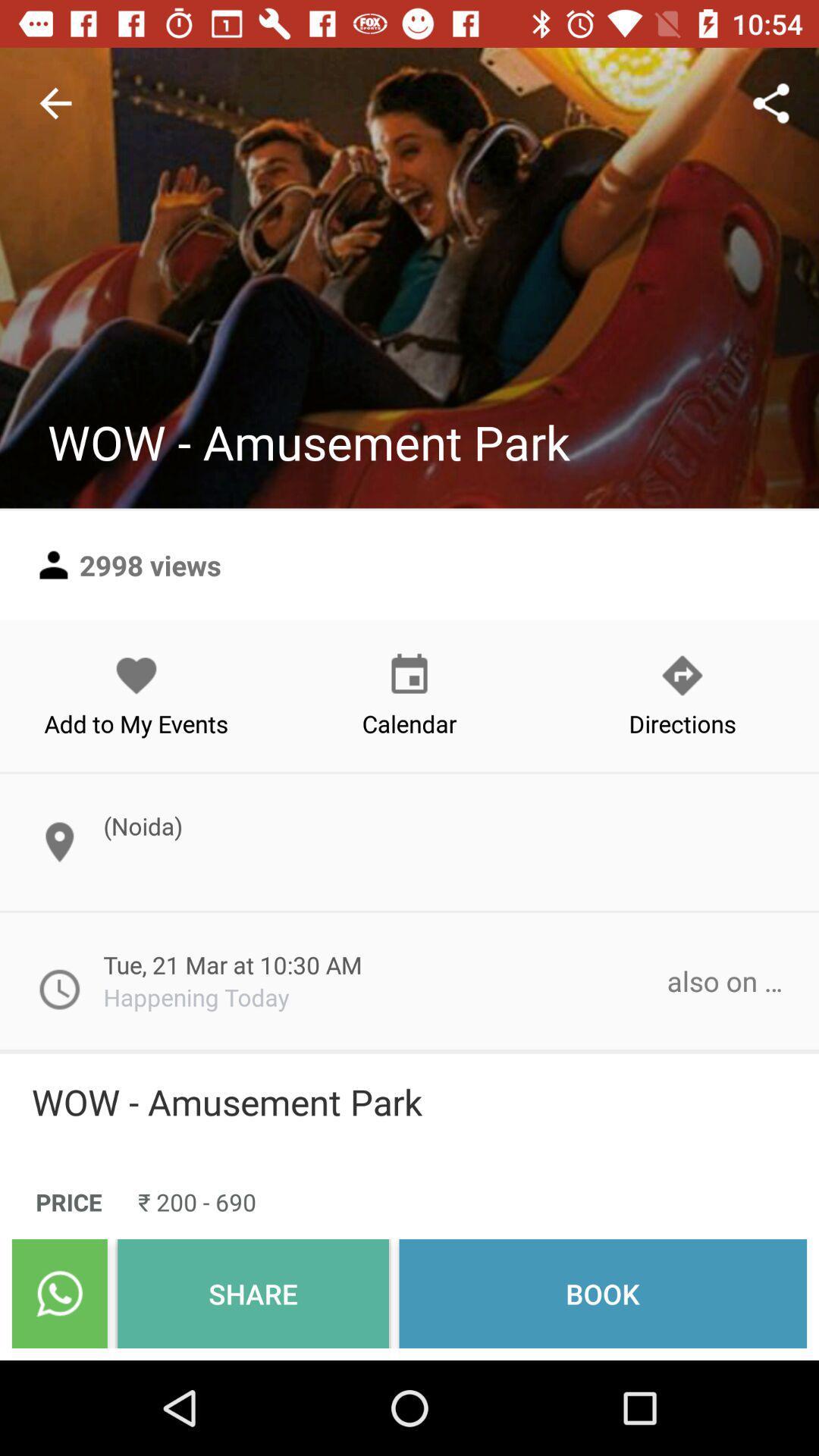 This screenshot has width=819, height=1456. What do you see at coordinates (409, 695) in the screenshot?
I see `the calendar icon` at bounding box center [409, 695].